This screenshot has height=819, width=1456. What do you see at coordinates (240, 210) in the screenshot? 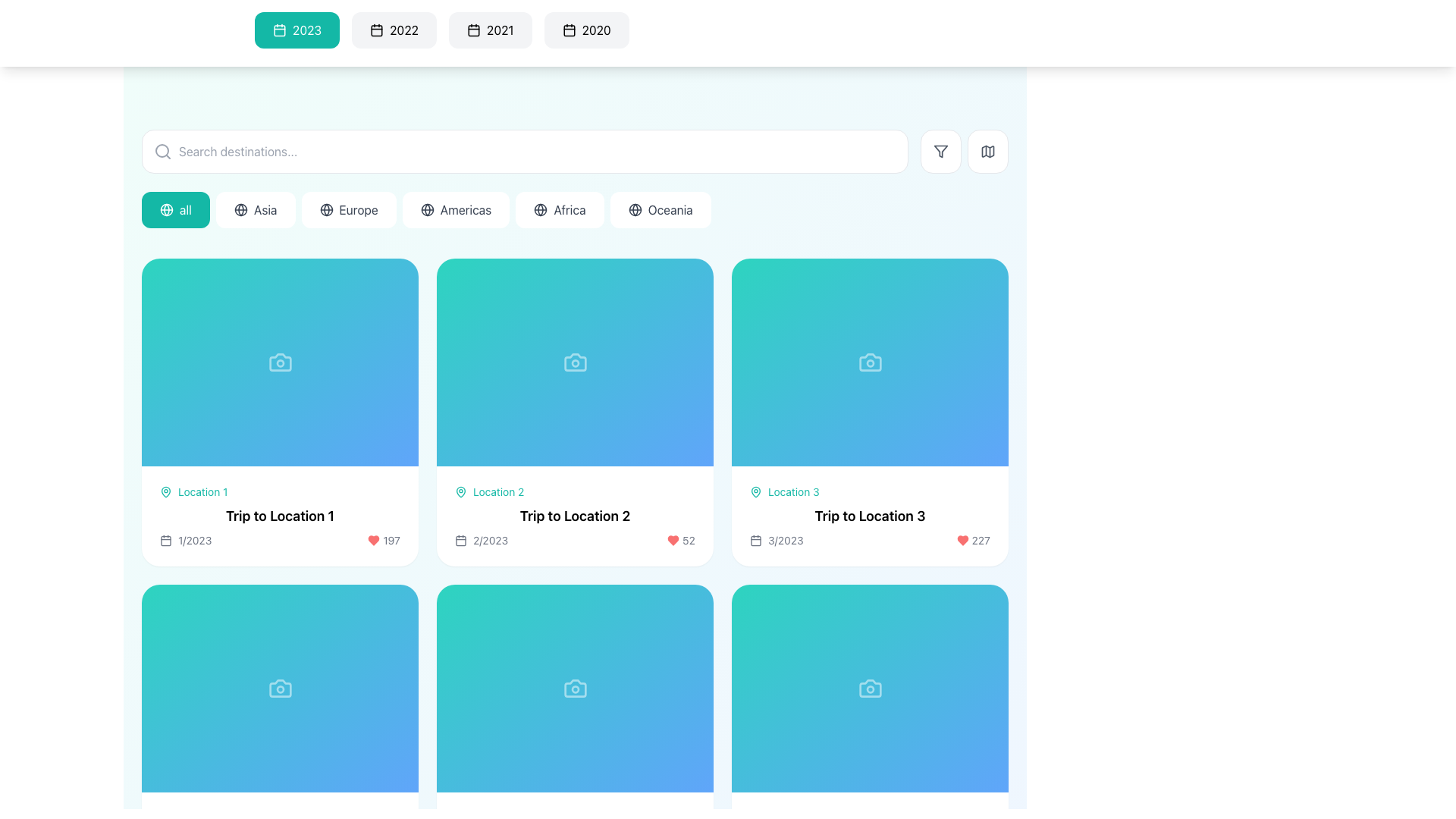
I see `the 'Asia' filter button icon, which is a symbolic representation located to the left of the text 'Asia' in a pill-shaped button within a horizontal list of filter buttons` at bounding box center [240, 210].